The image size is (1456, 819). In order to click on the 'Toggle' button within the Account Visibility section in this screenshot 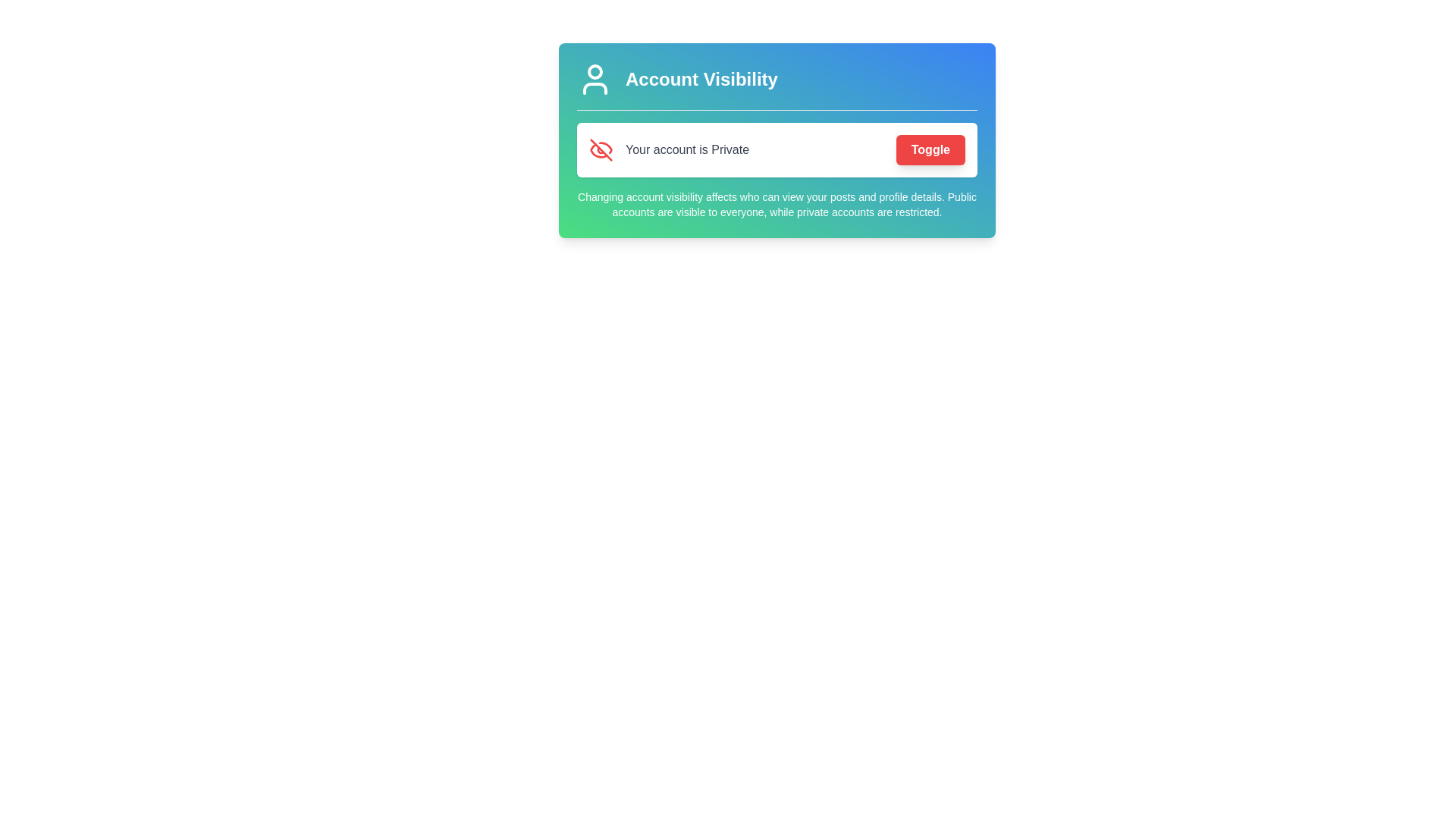, I will do `click(777, 149)`.